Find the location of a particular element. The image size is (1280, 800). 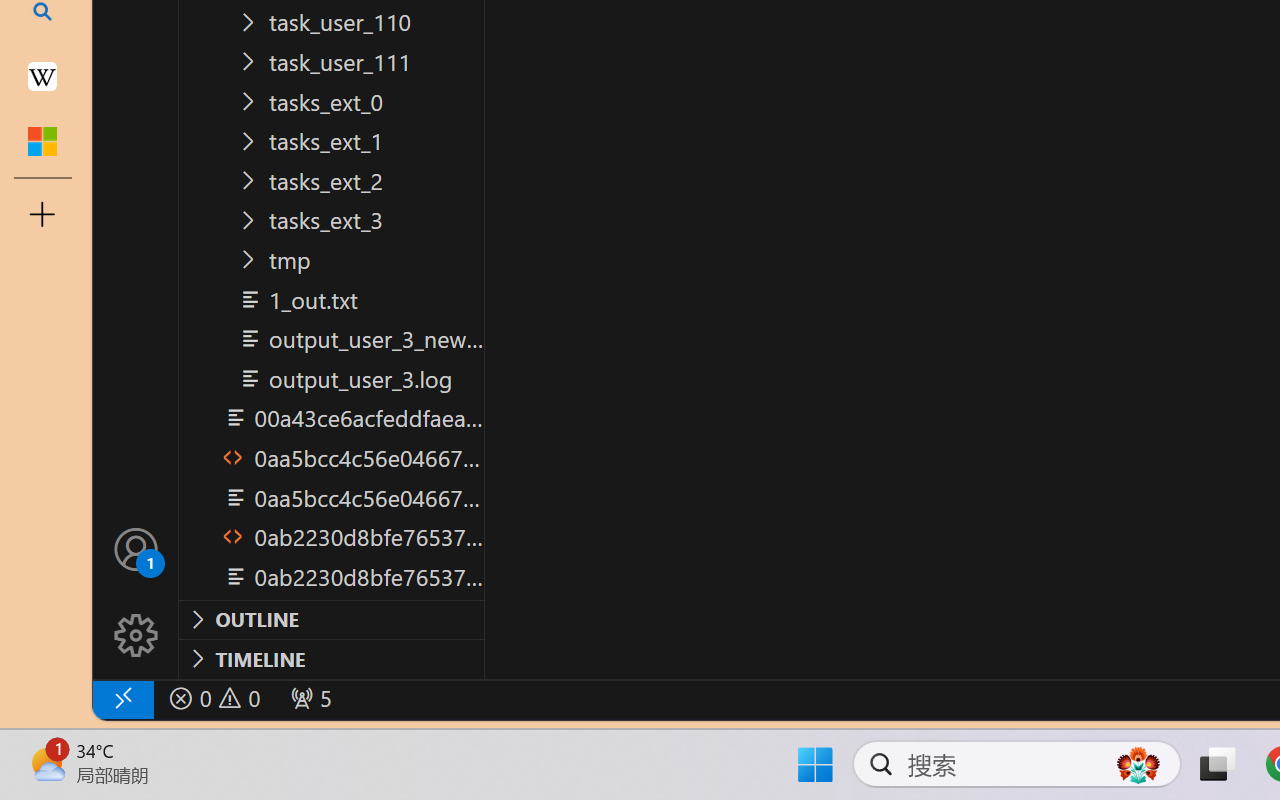

'Timeline Section' is located at coordinates (331, 657).